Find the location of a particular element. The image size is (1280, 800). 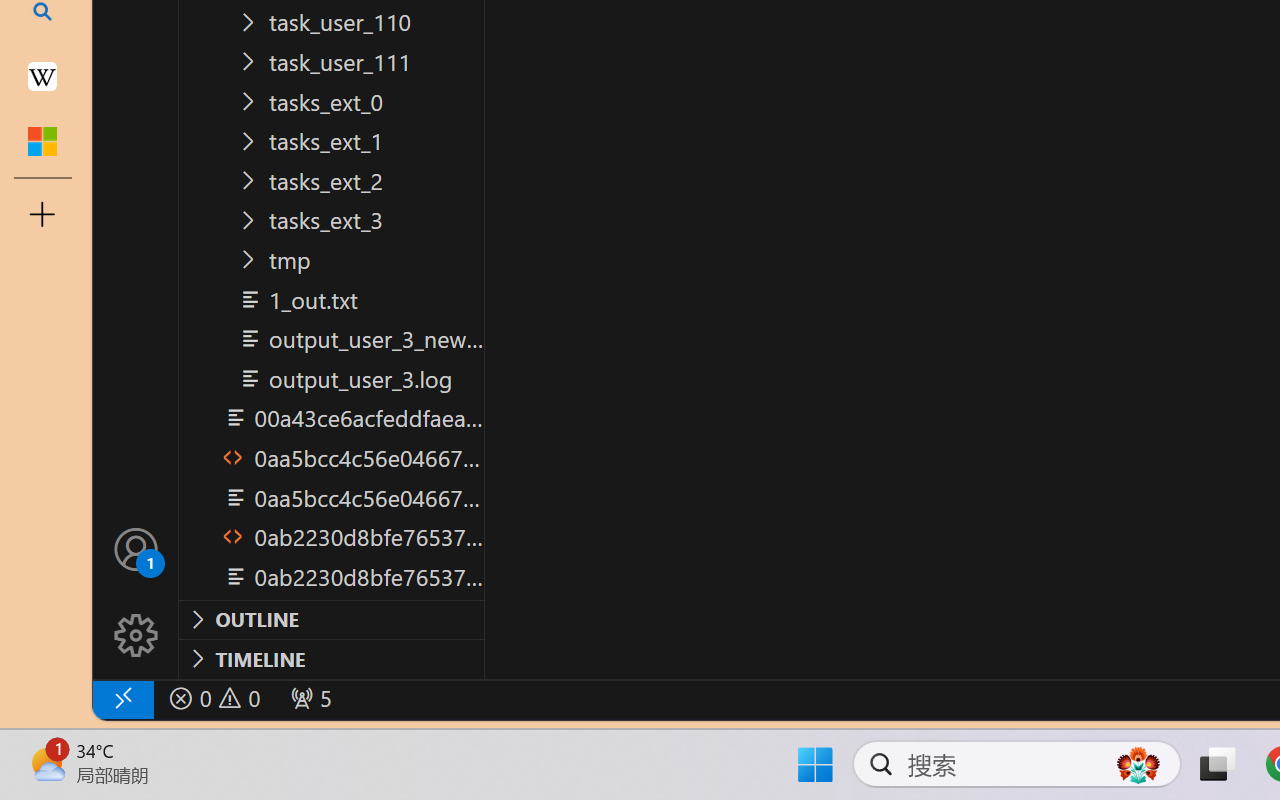

'Timeline Section' is located at coordinates (331, 657).